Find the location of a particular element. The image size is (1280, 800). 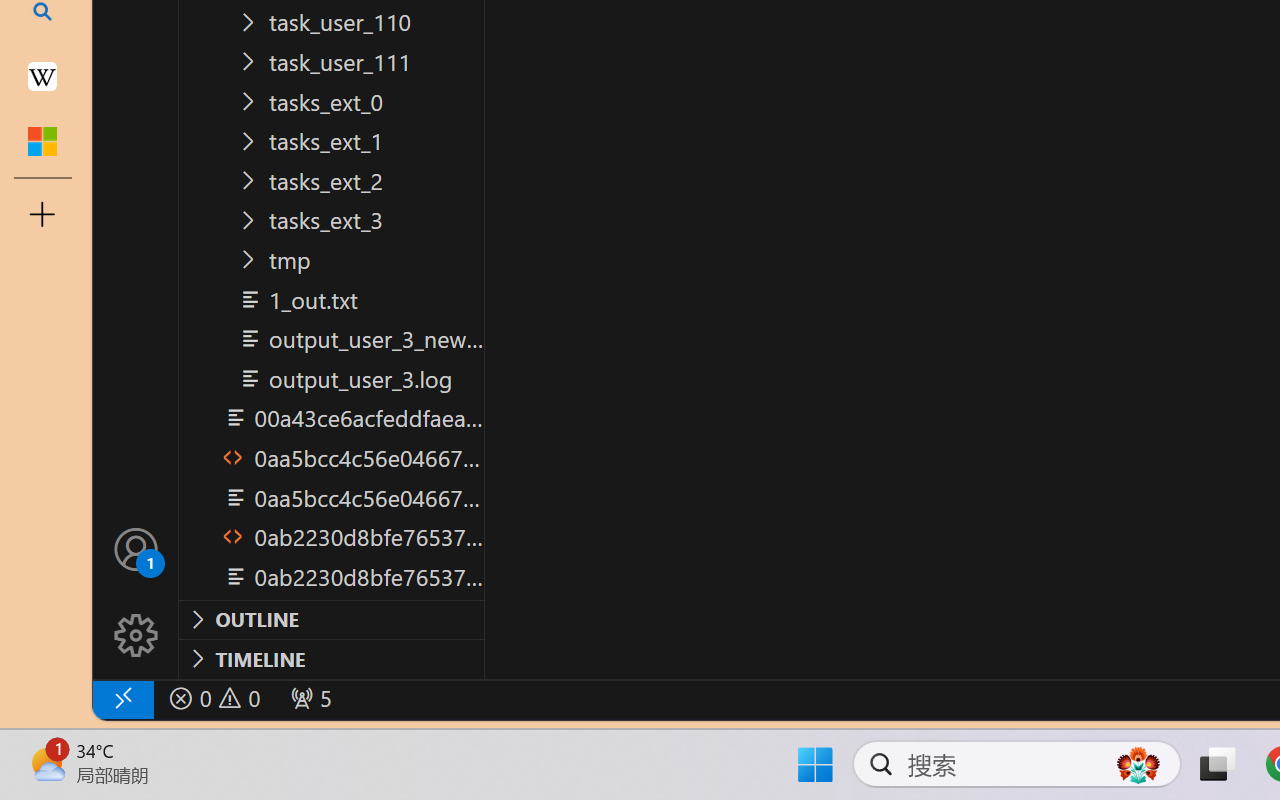

'Timeline Section' is located at coordinates (331, 657).